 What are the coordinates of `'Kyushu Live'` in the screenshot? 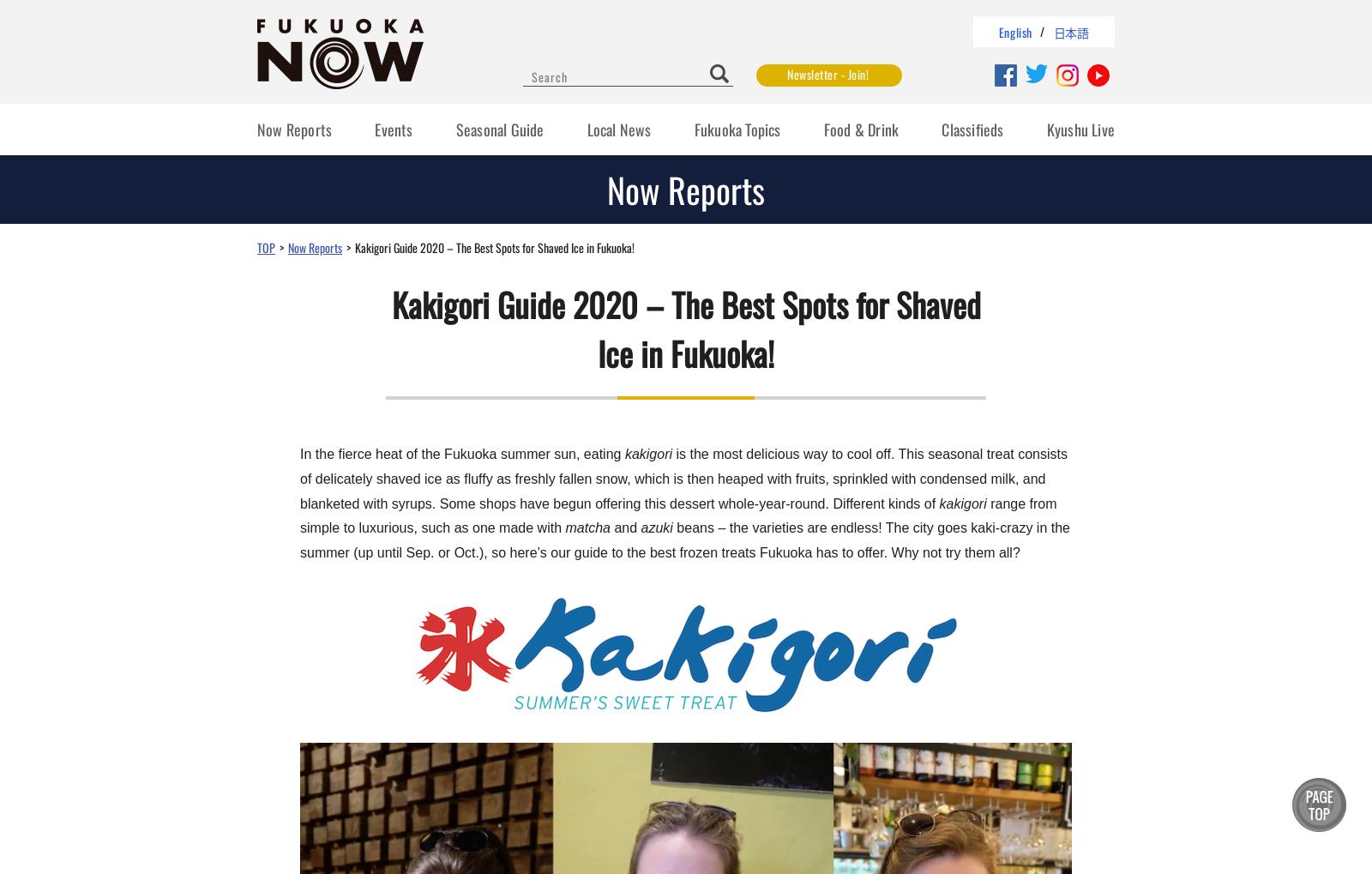 It's located at (1079, 130).